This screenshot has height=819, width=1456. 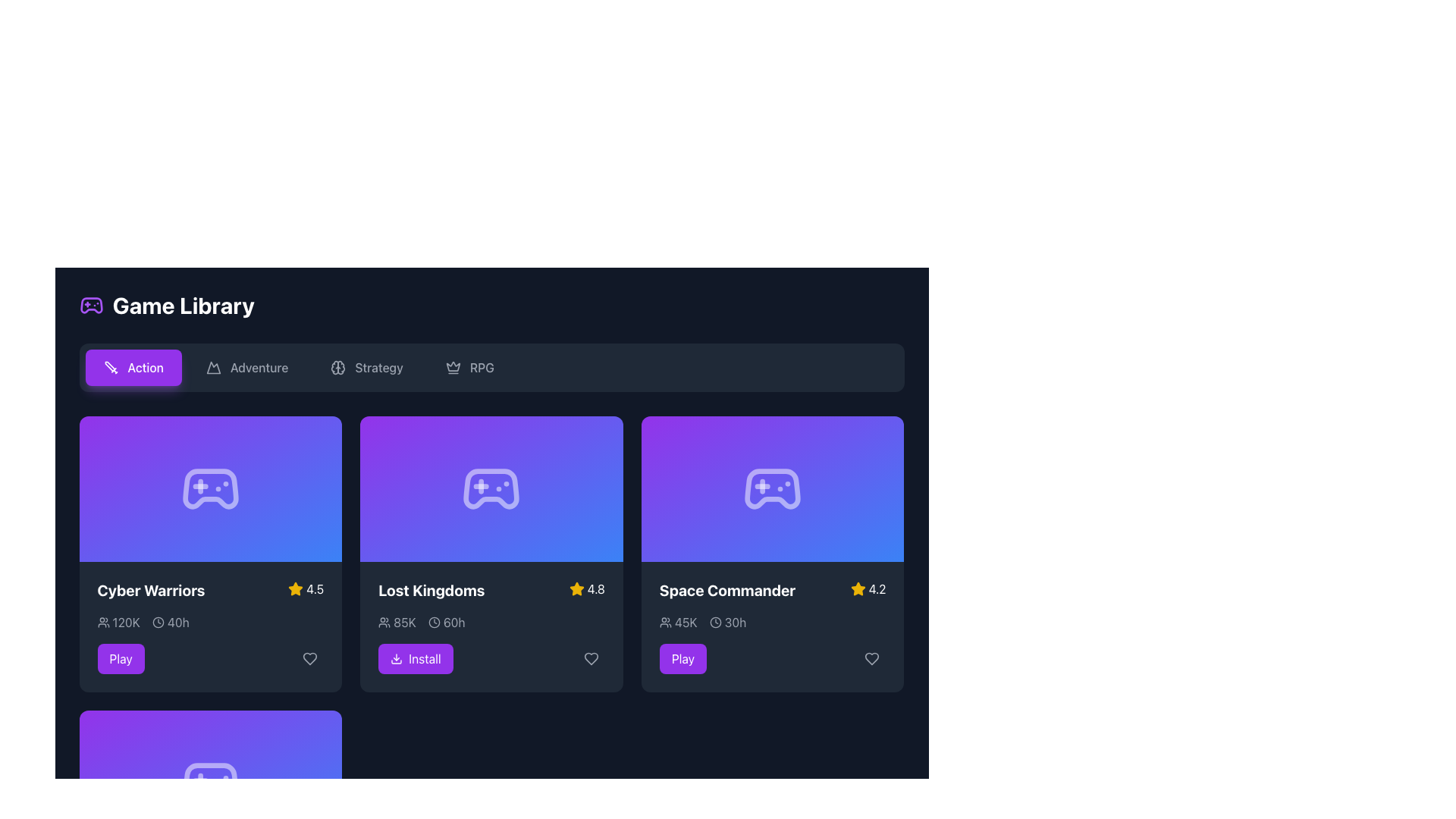 I want to click on the user-related statistic displayed as '45K' in bold text, located, so click(x=685, y=623).